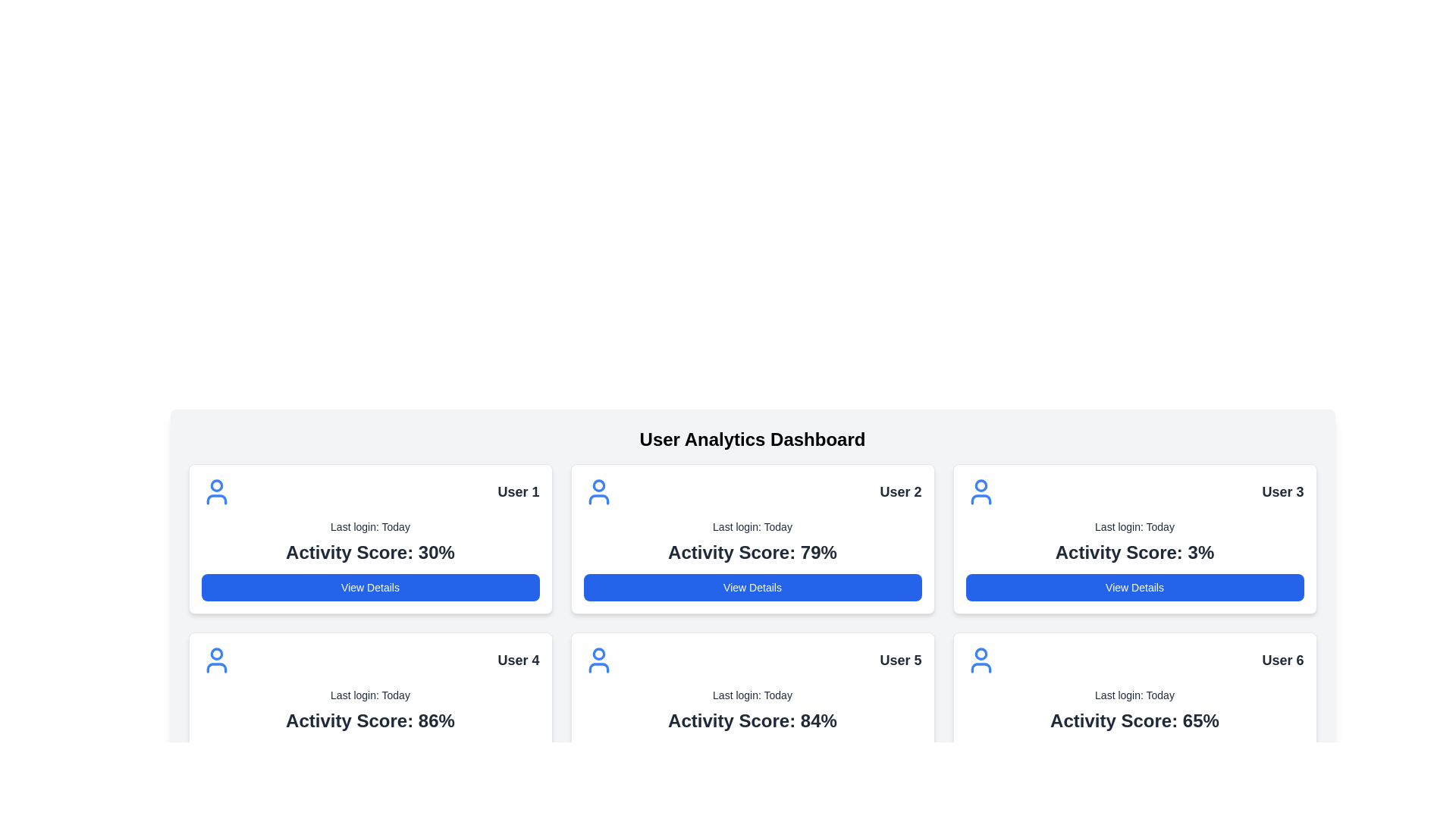 The height and width of the screenshot is (819, 1456). What do you see at coordinates (598, 660) in the screenshot?
I see `the icon representing 'User 5' located in the top-left corner of the card, adjacent to the title 'User 5'` at bounding box center [598, 660].